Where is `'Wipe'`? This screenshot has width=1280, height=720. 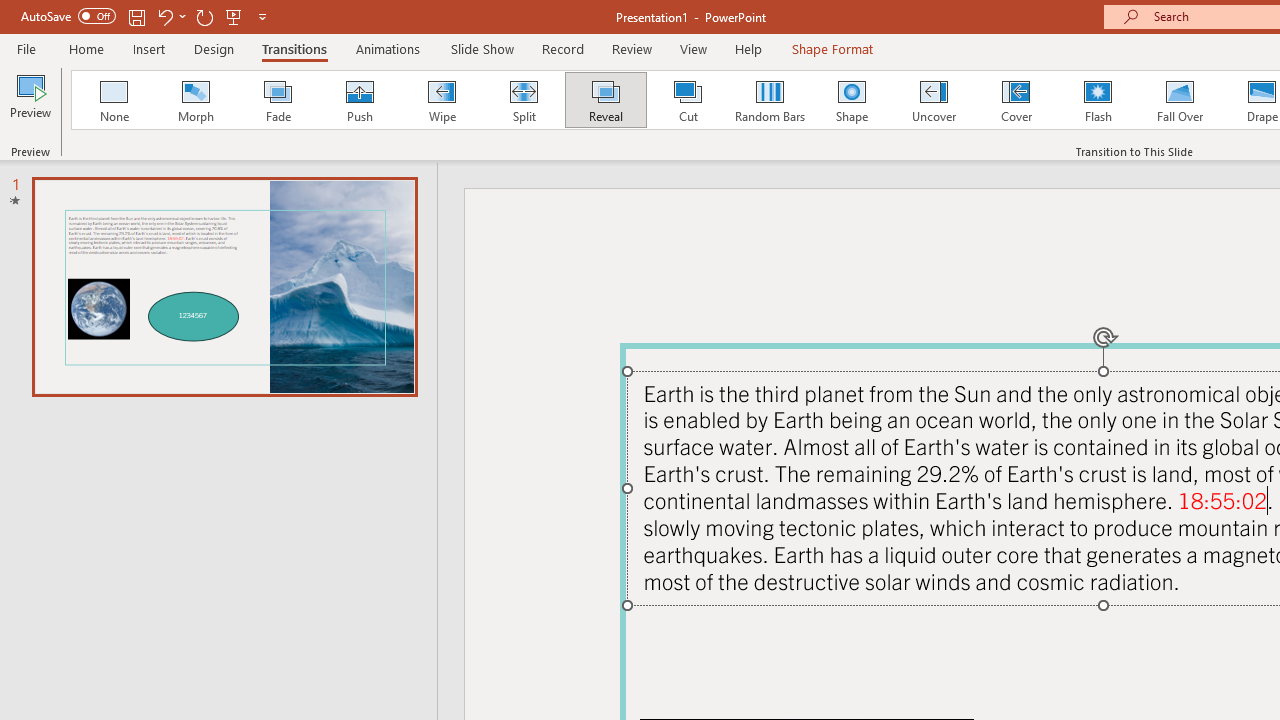 'Wipe' is located at coordinates (440, 100).